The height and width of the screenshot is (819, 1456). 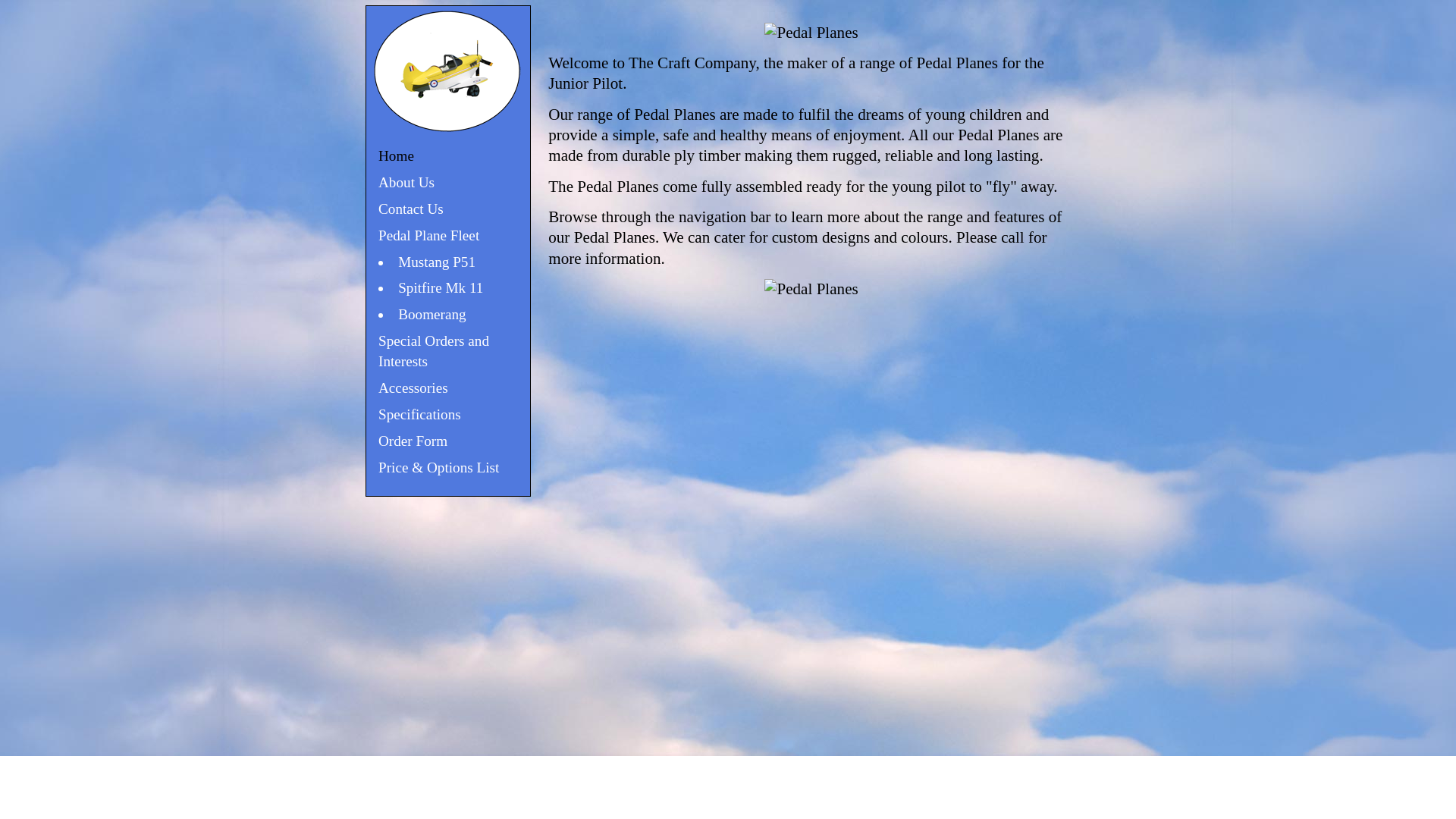 What do you see at coordinates (431, 313) in the screenshot?
I see `'Boomerang'` at bounding box center [431, 313].